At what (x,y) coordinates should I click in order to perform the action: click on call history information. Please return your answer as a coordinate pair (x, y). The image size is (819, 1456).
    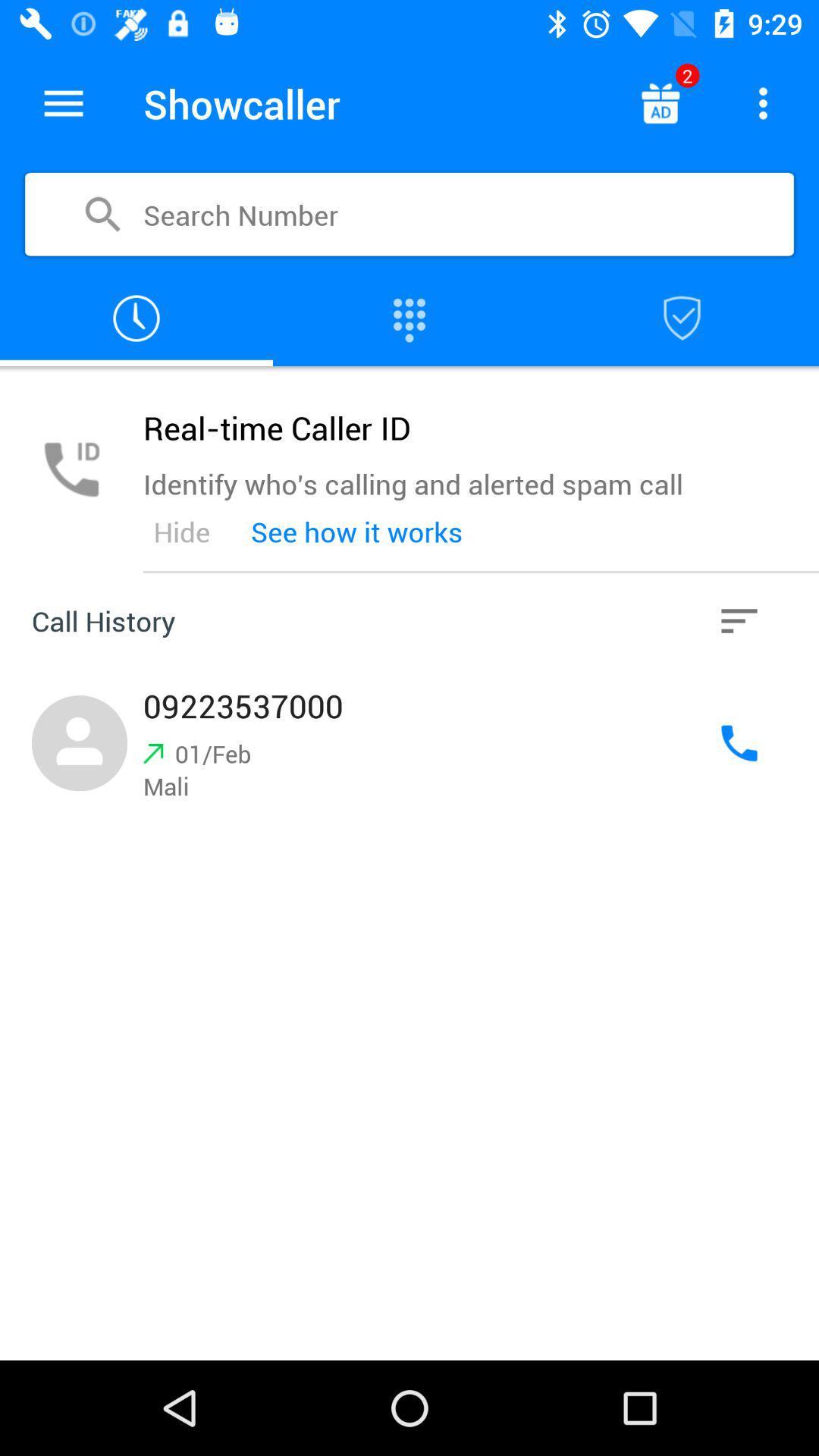
    Looking at the image, I should click on (739, 621).